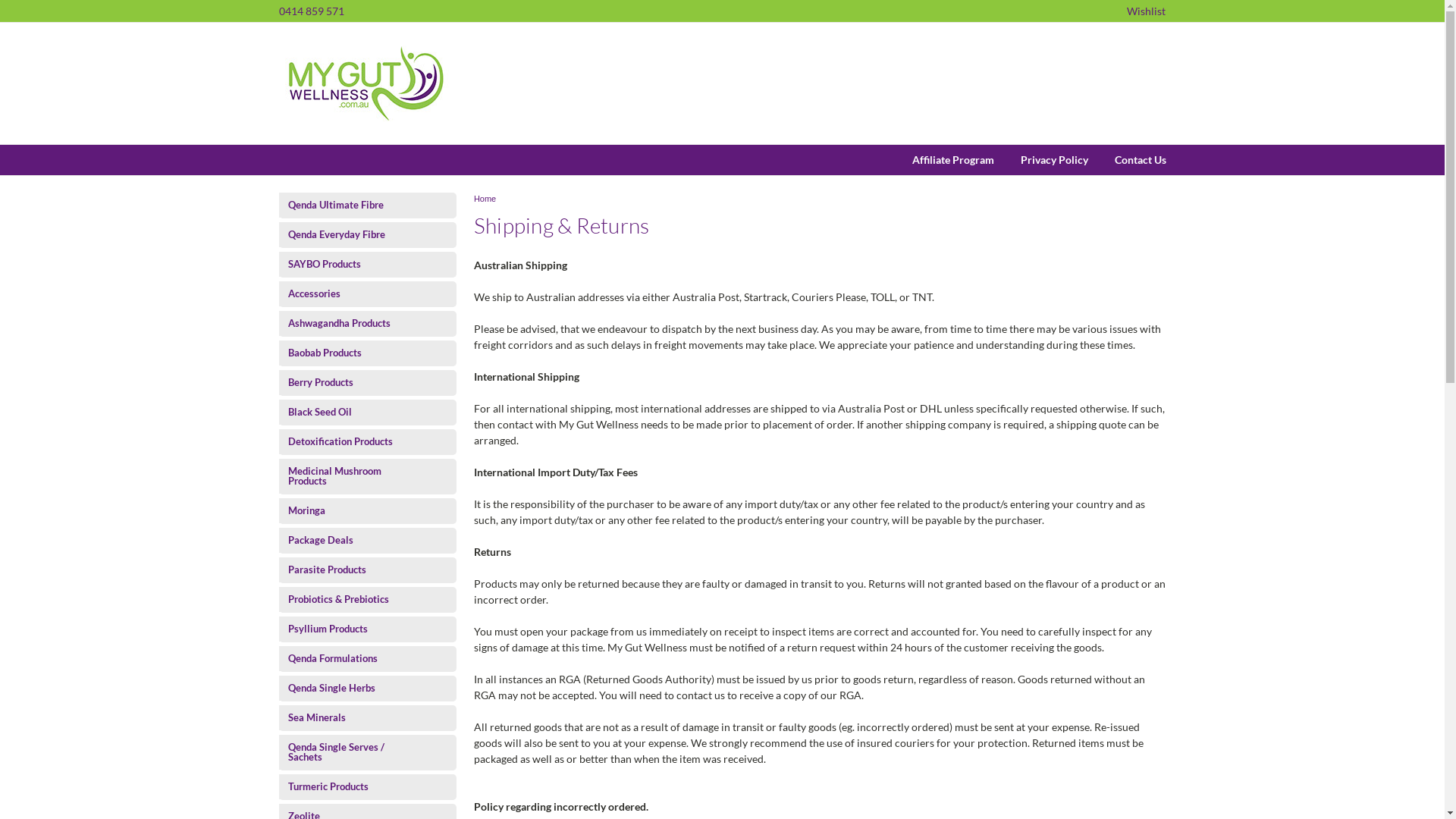 This screenshot has height=819, width=1456. Describe the element at coordinates (353, 570) in the screenshot. I see `'Parasite Products'` at that location.